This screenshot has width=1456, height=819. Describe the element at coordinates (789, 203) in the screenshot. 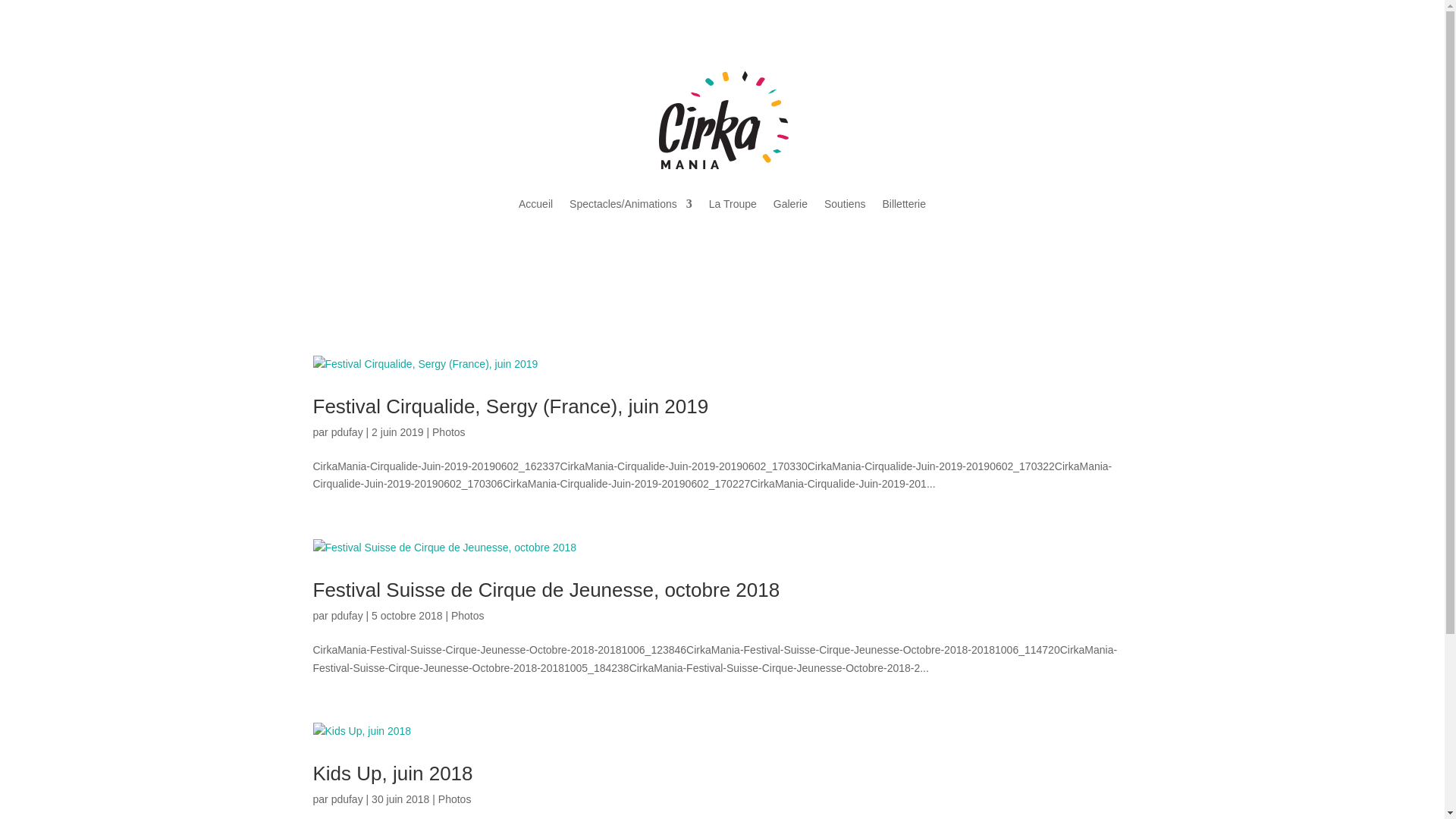

I see `'Galerie'` at that location.